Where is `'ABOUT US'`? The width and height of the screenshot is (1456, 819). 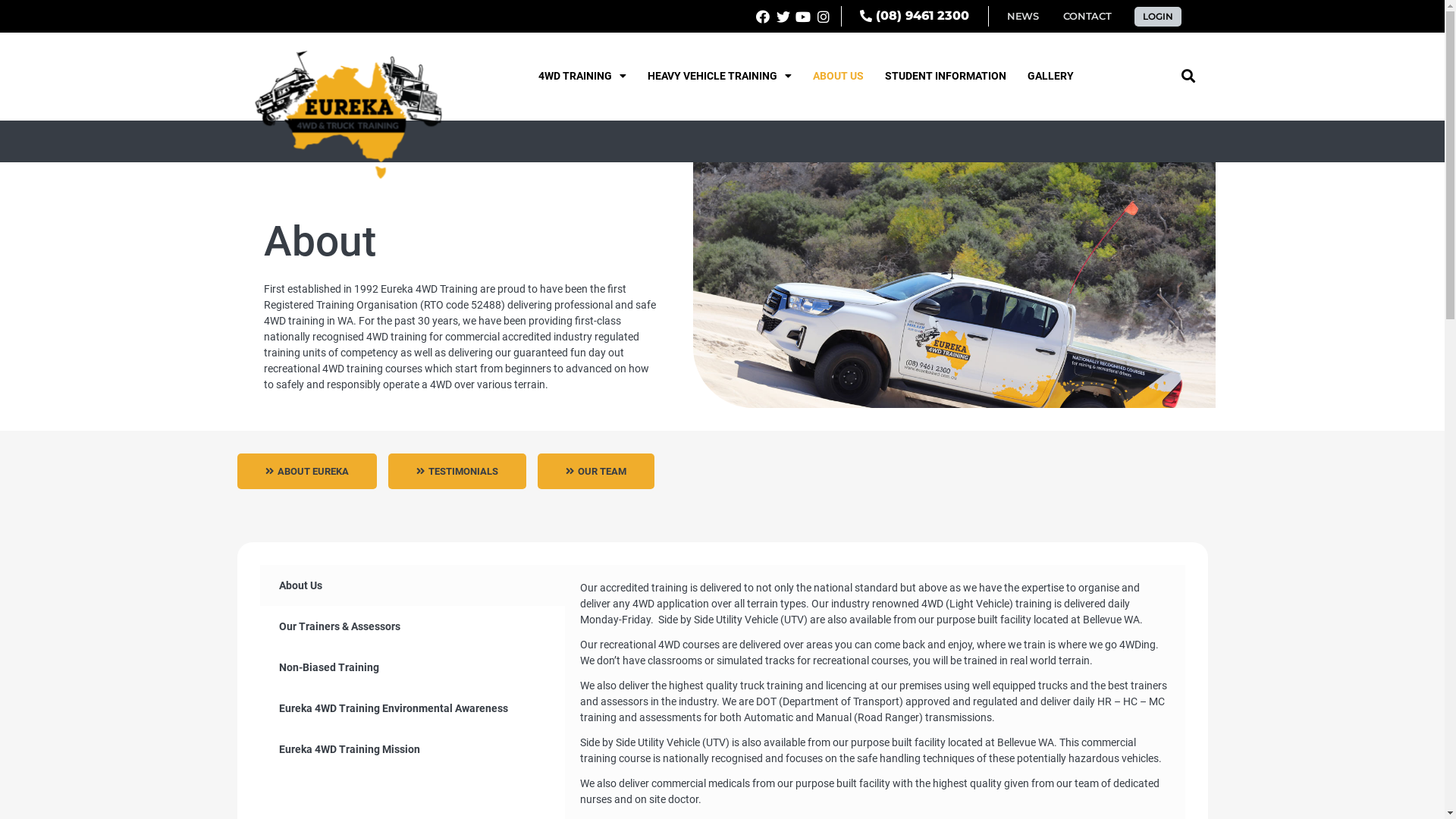 'ABOUT US' is located at coordinates (837, 76).